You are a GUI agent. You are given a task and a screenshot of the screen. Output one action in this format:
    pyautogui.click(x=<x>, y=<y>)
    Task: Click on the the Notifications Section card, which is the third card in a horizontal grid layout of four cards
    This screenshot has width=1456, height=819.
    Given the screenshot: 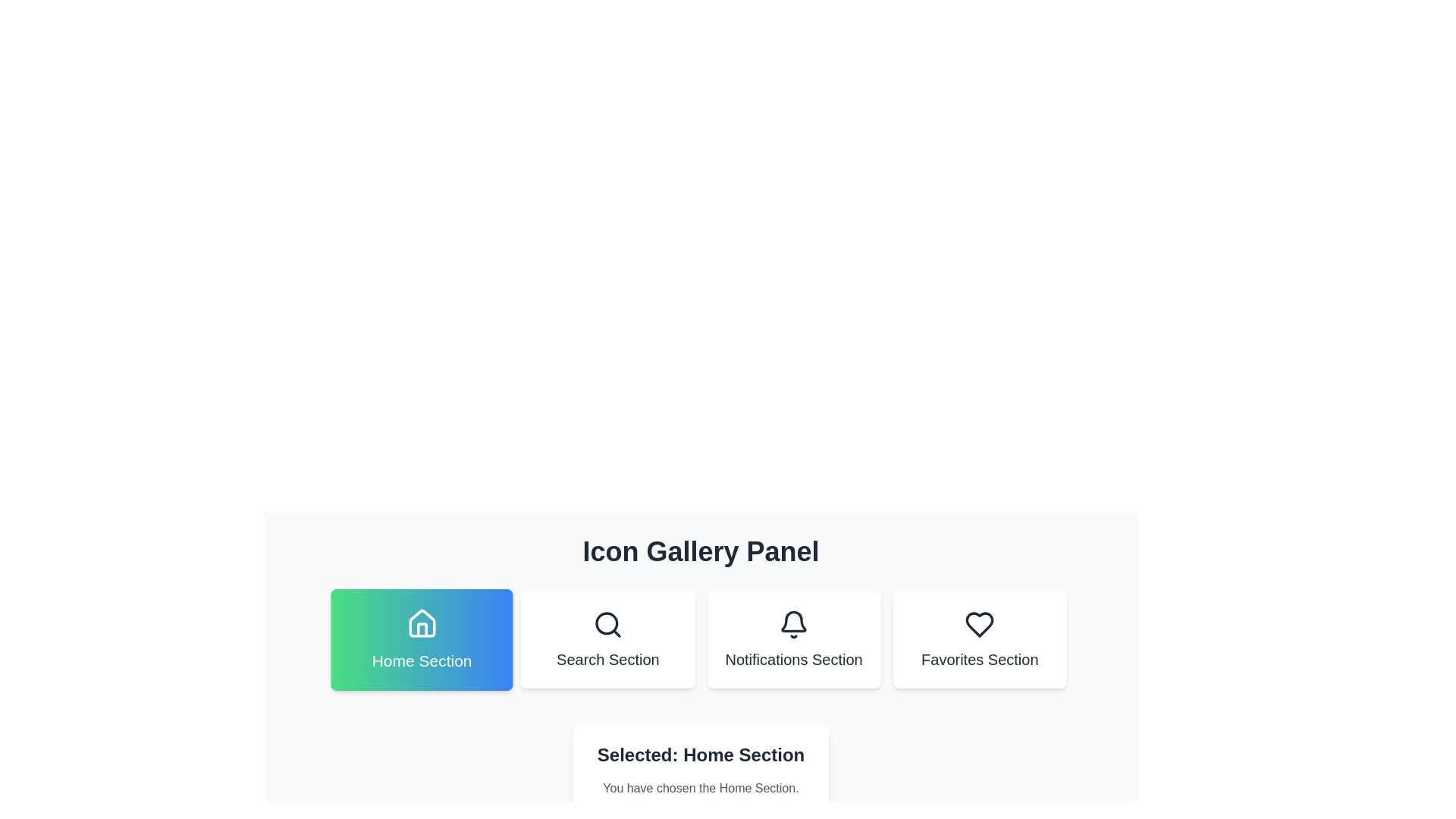 What is the action you would take?
    pyautogui.click(x=793, y=640)
    